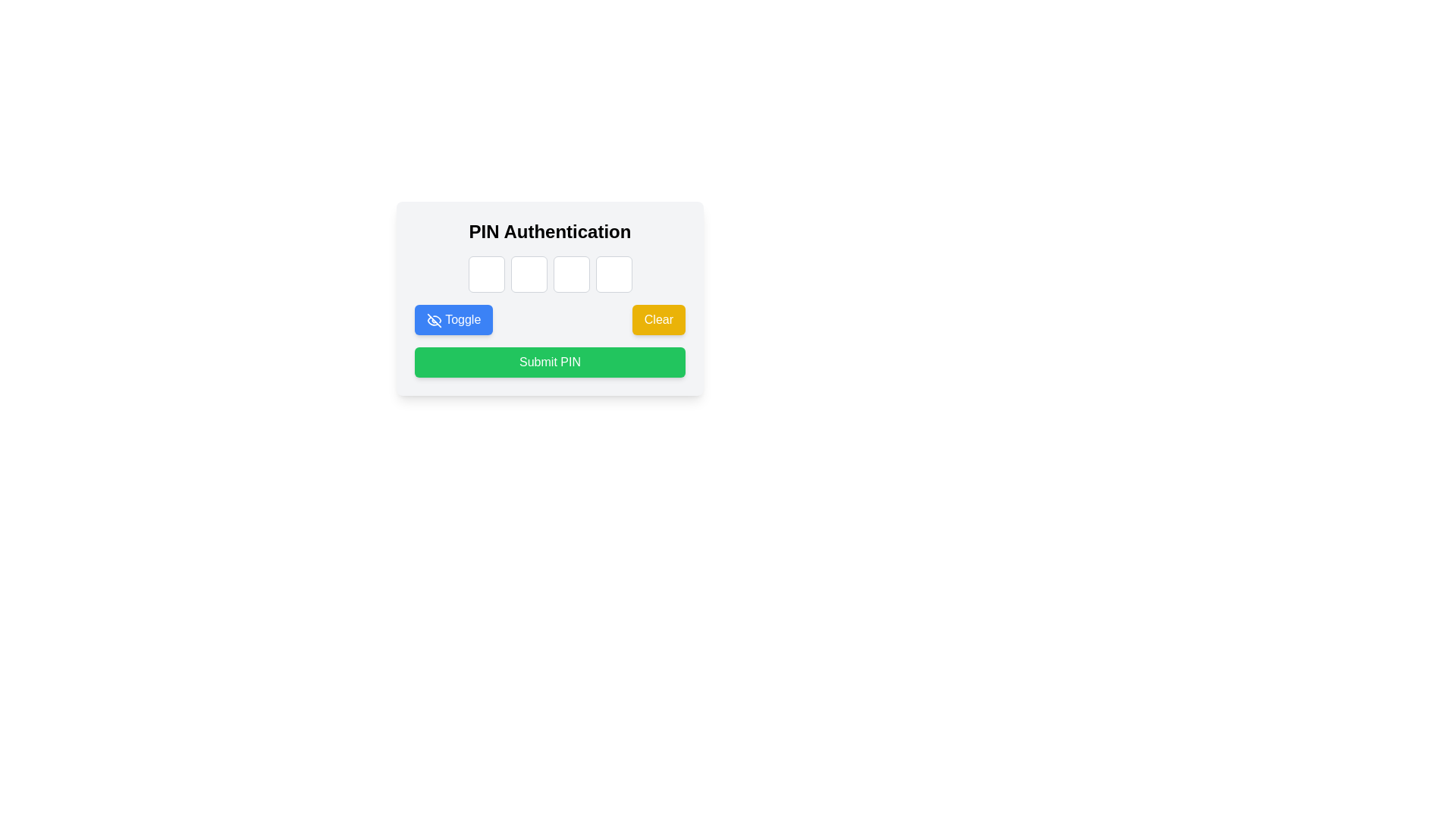  Describe the element at coordinates (549, 362) in the screenshot. I see `the vibrant green 'Submit PIN' button located below the PIN input fields` at that location.